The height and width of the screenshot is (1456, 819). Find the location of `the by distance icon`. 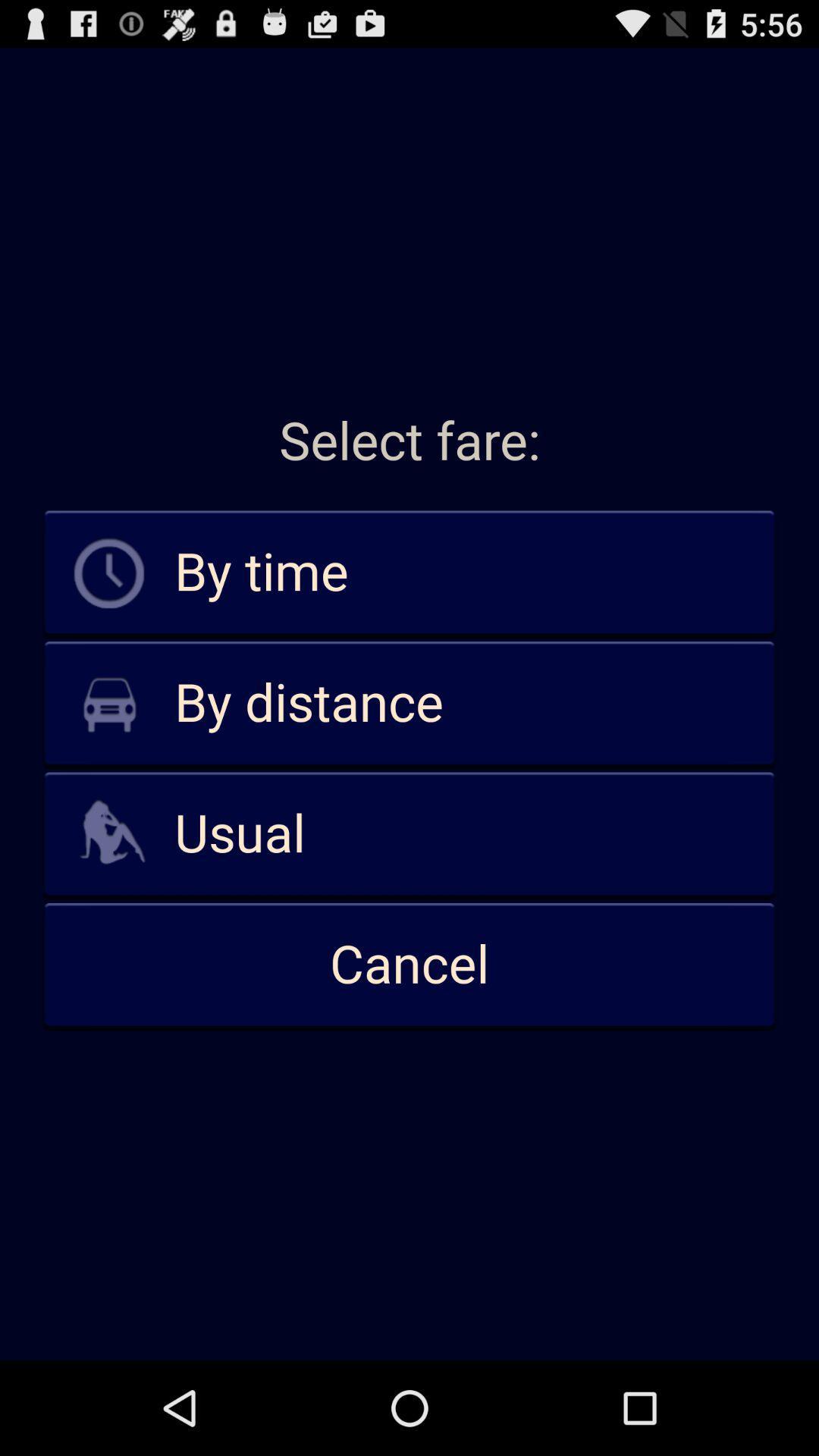

the by distance icon is located at coordinates (409, 703).